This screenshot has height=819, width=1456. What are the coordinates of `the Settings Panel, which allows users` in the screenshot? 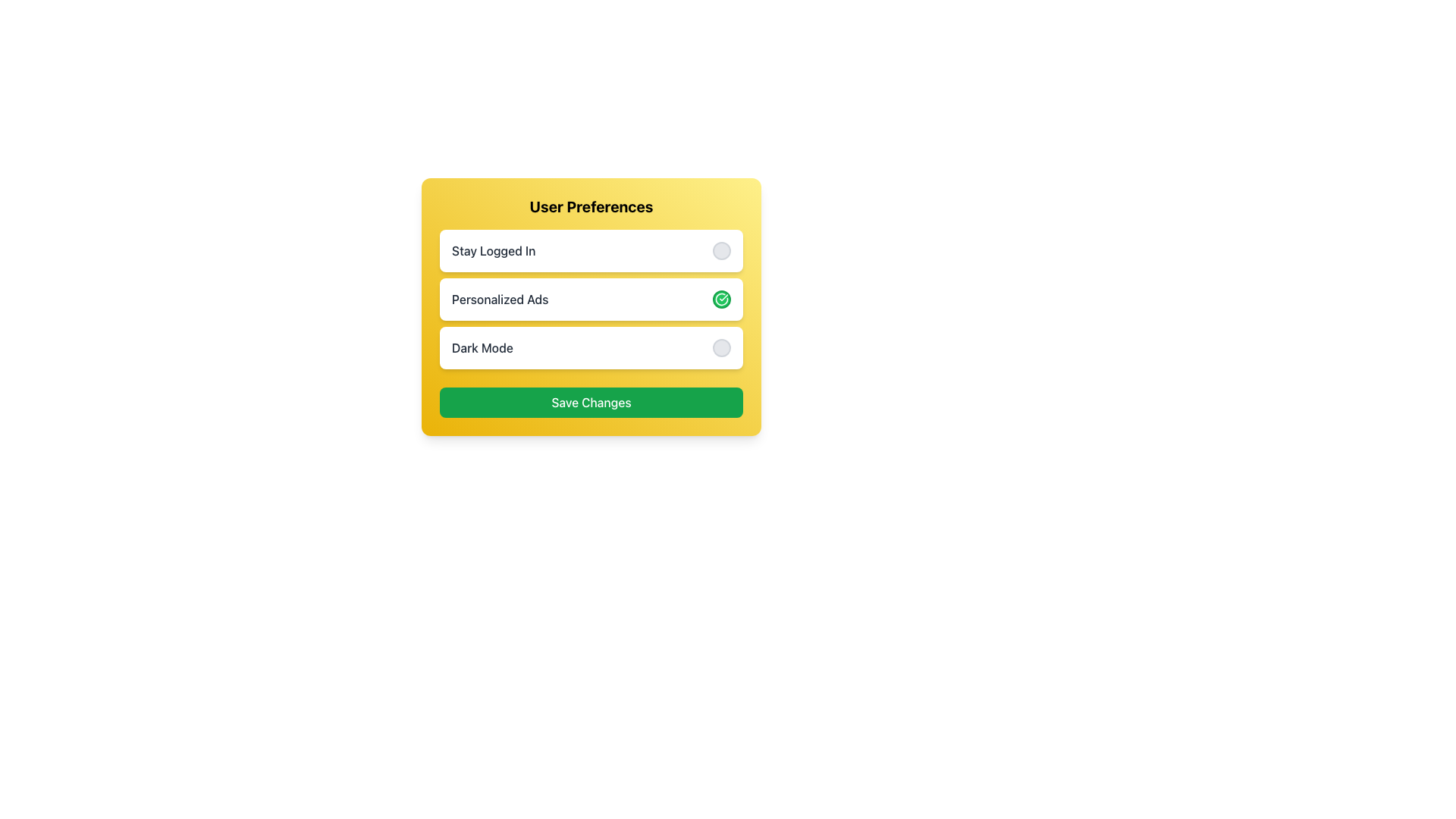 It's located at (590, 307).